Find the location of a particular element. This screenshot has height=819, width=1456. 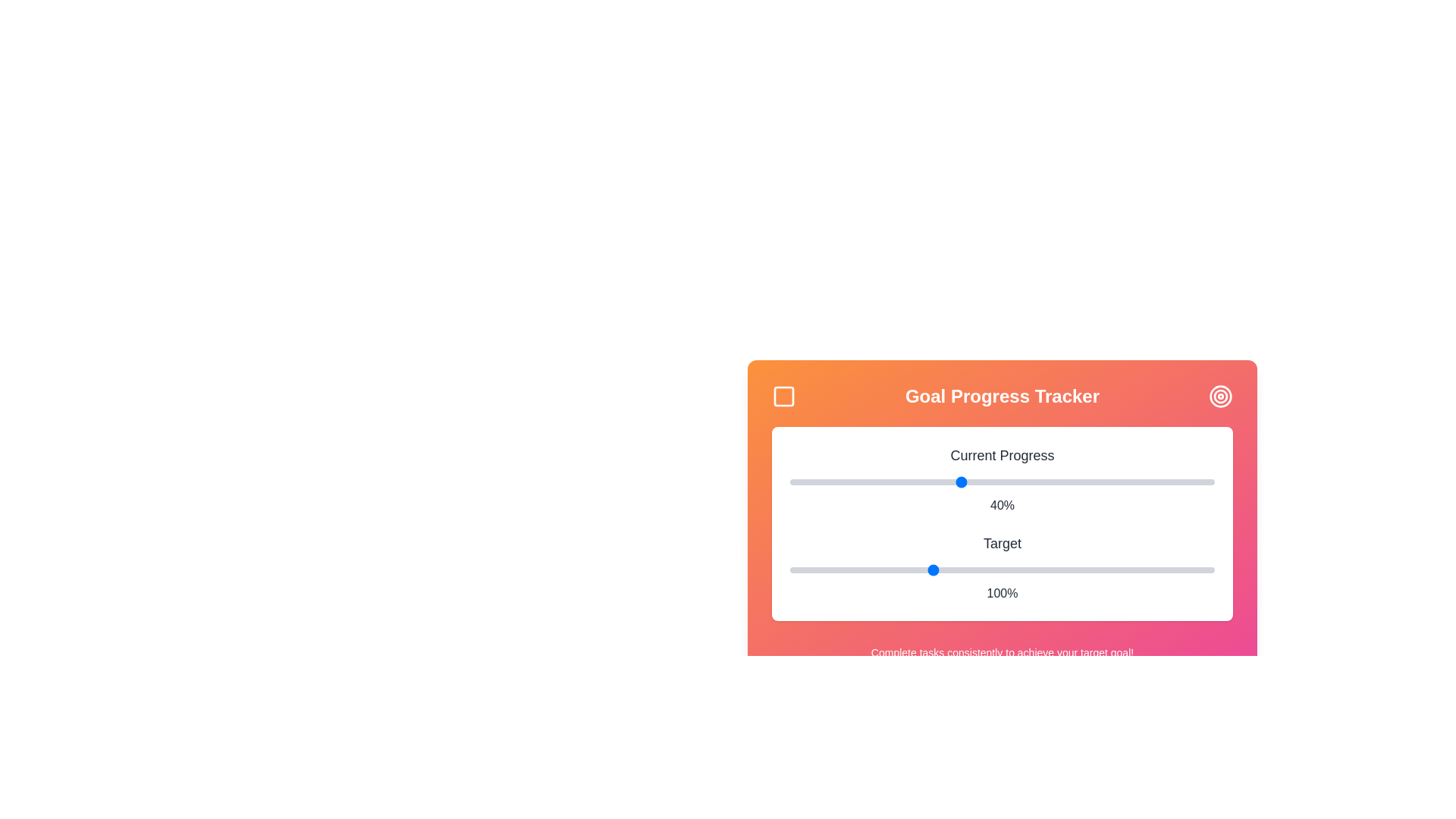

the target icon in the header is located at coordinates (1219, 396).